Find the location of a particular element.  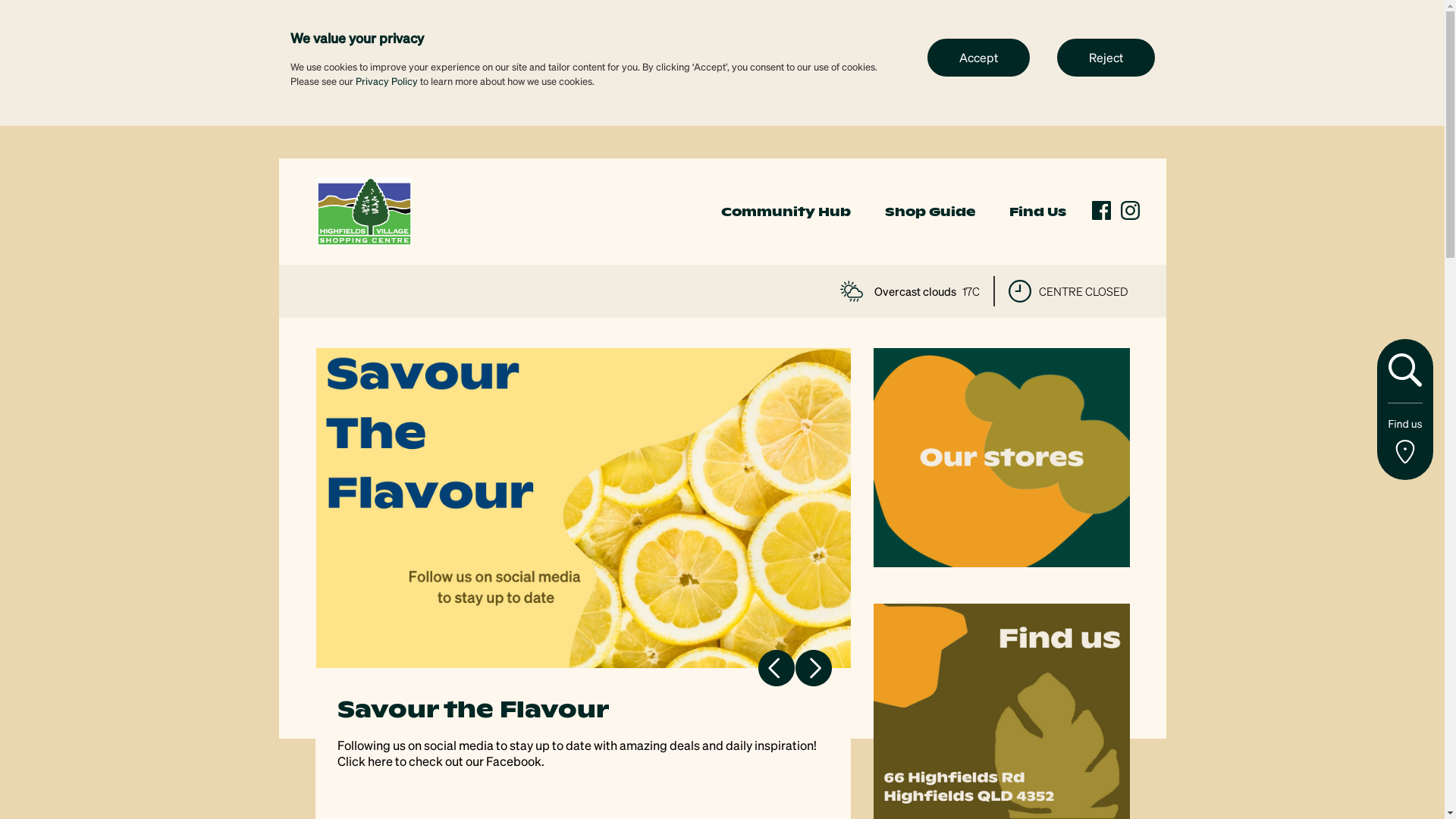

'time' is located at coordinates (1019, 291).